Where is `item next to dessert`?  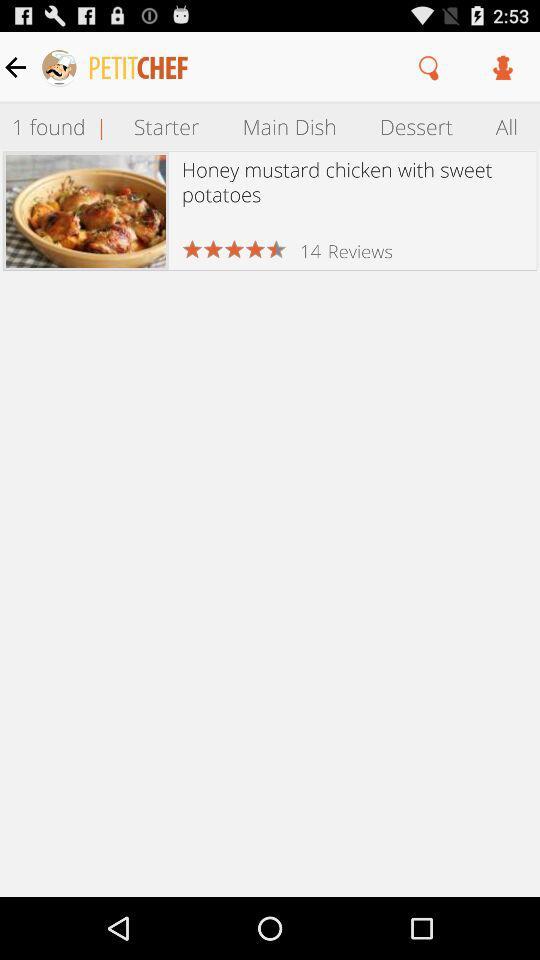
item next to dessert is located at coordinates (507, 125).